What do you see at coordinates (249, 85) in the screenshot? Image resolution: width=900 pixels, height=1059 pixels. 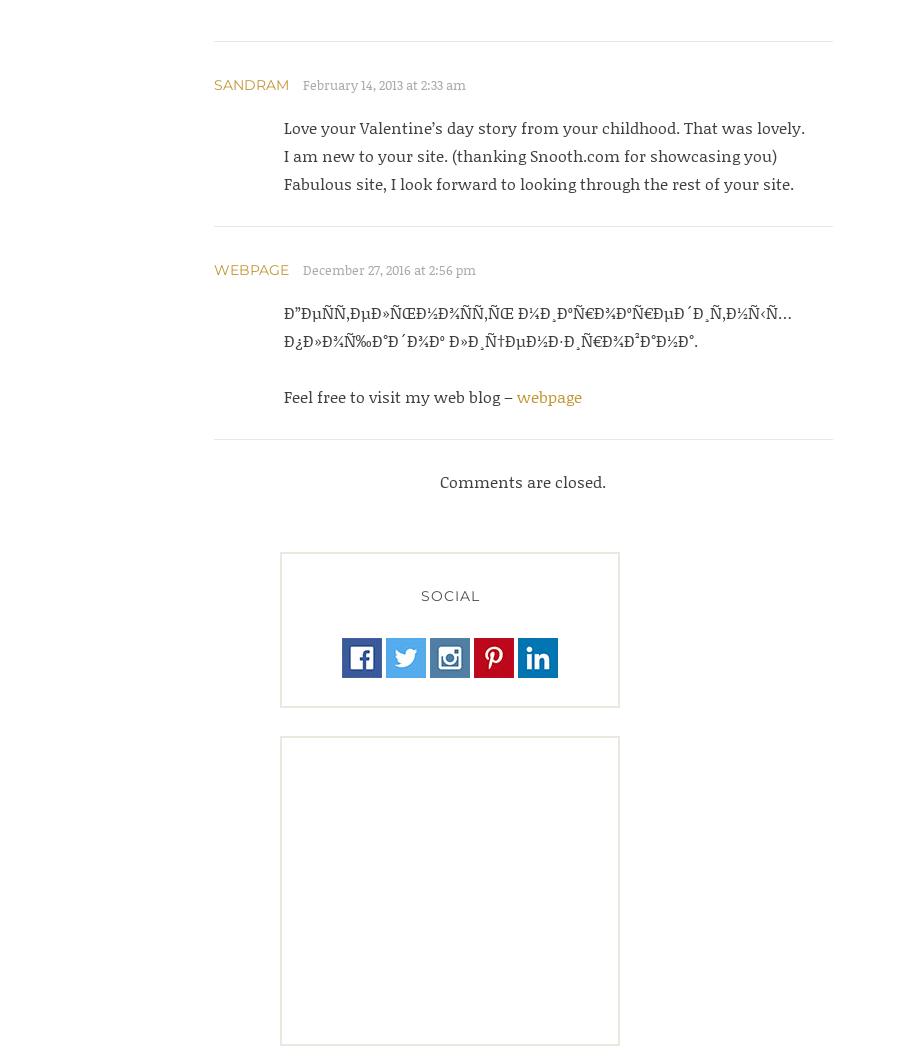 I see `'SandraM'` at bounding box center [249, 85].